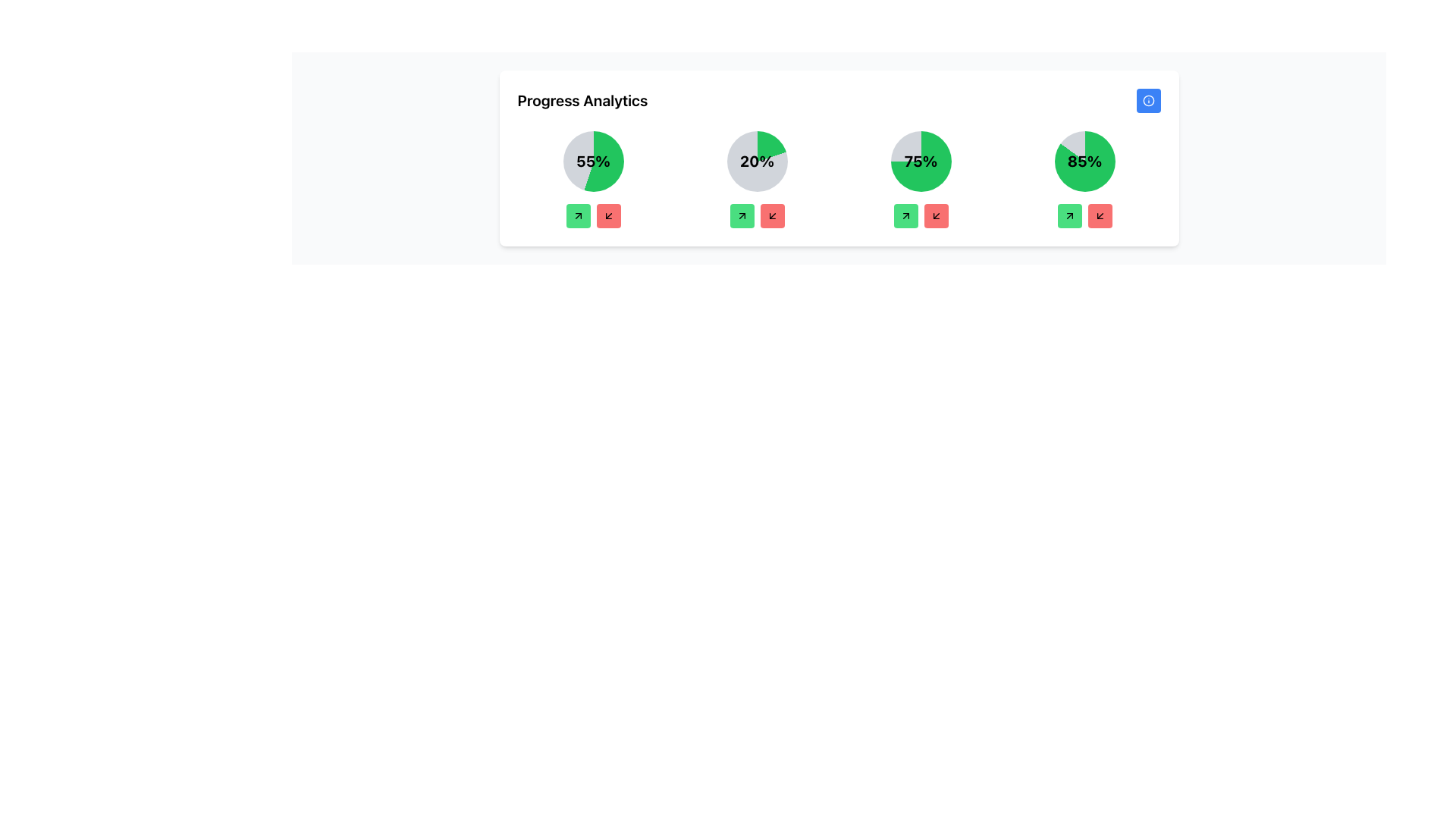  I want to click on the small down-left arrow icon within the red rounded rectangle button located below the third donut chart, so click(935, 216).